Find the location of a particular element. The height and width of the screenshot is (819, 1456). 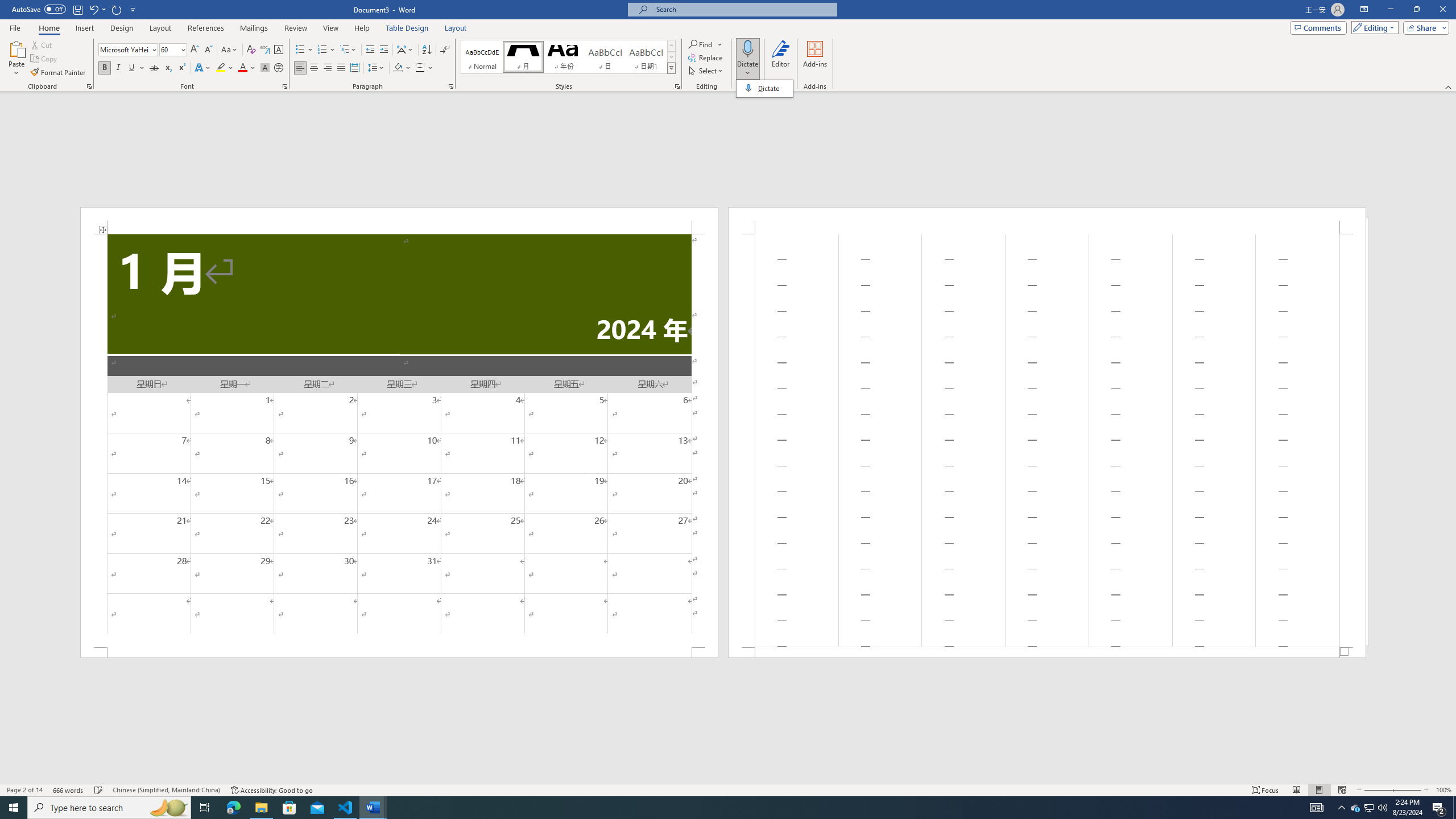

'Select' is located at coordinates (705, 69).